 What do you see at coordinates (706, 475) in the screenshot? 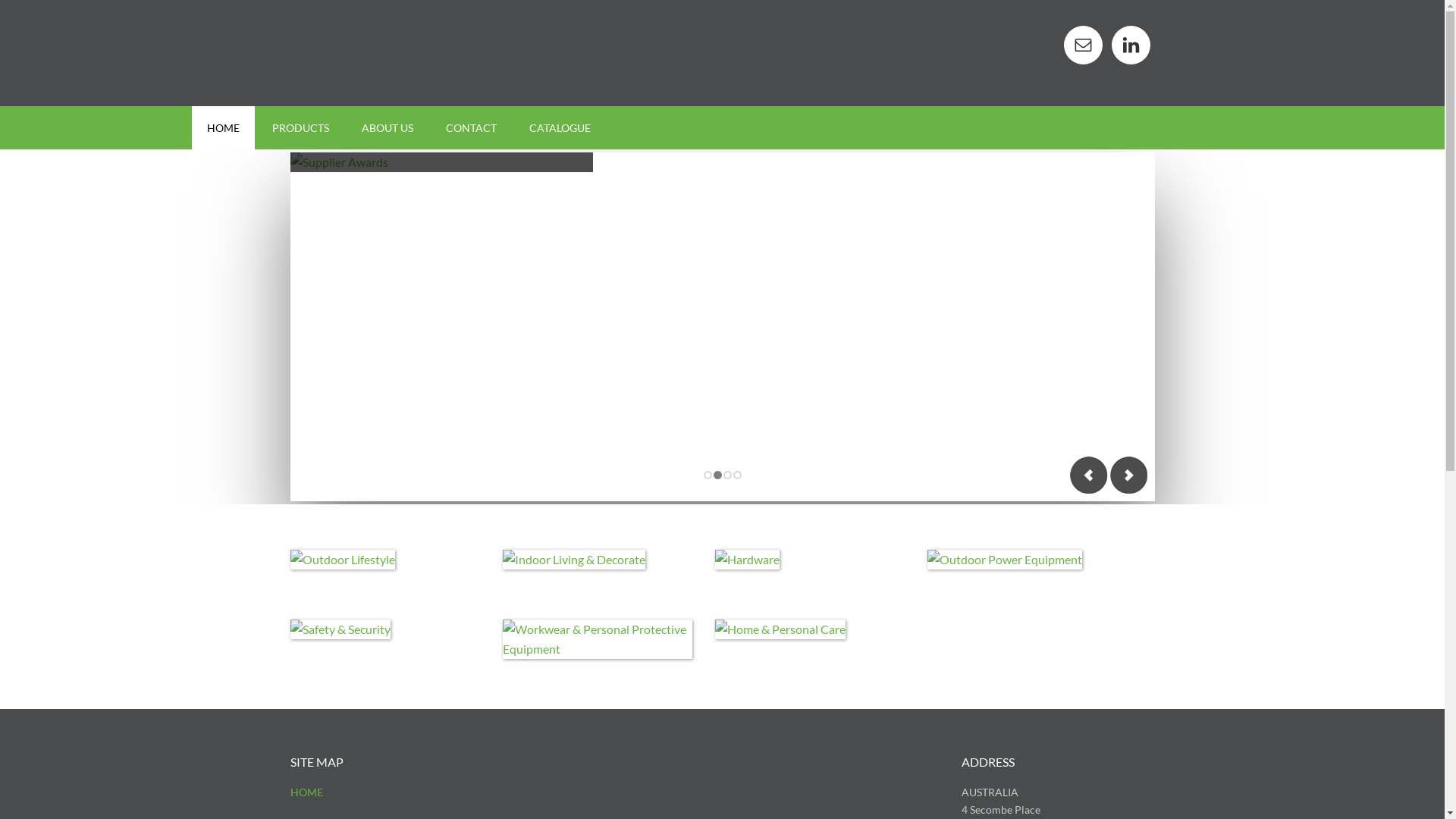
I see `'1'` at bounding box center [706, 475].